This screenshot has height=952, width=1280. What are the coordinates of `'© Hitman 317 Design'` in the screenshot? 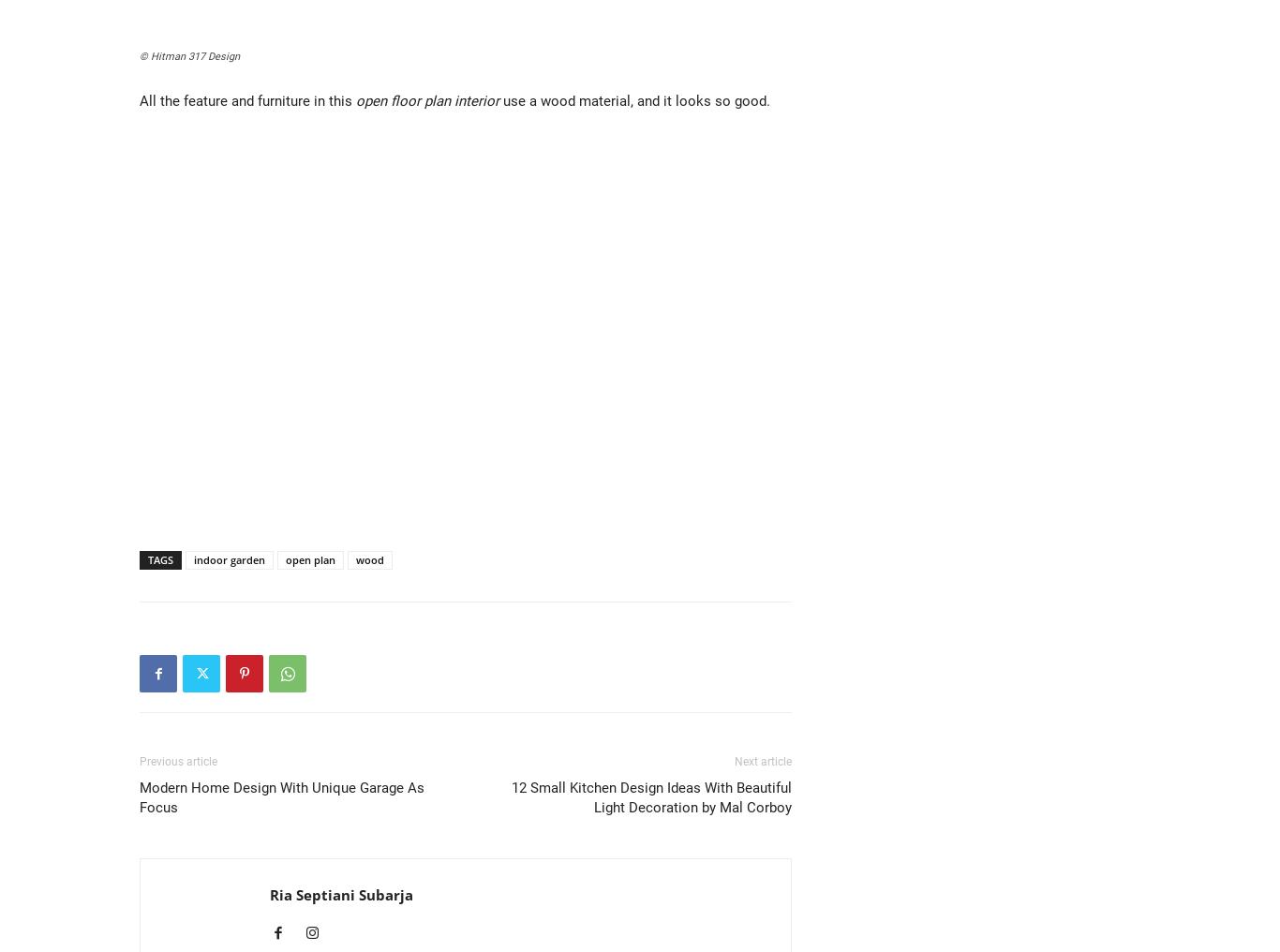 It's located at (139, 55).